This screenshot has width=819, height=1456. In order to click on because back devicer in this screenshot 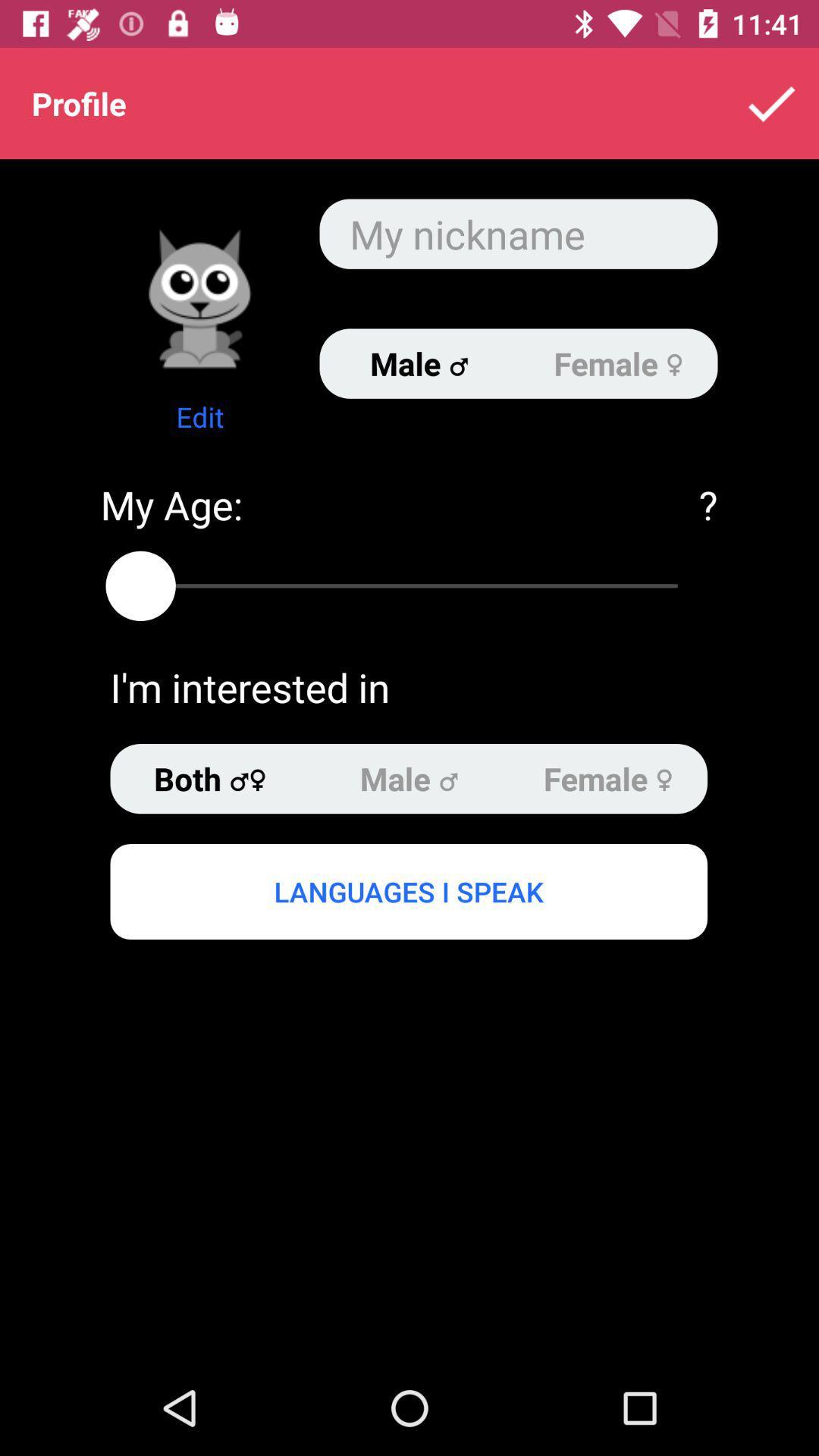, I will do `click(199, 298)`.